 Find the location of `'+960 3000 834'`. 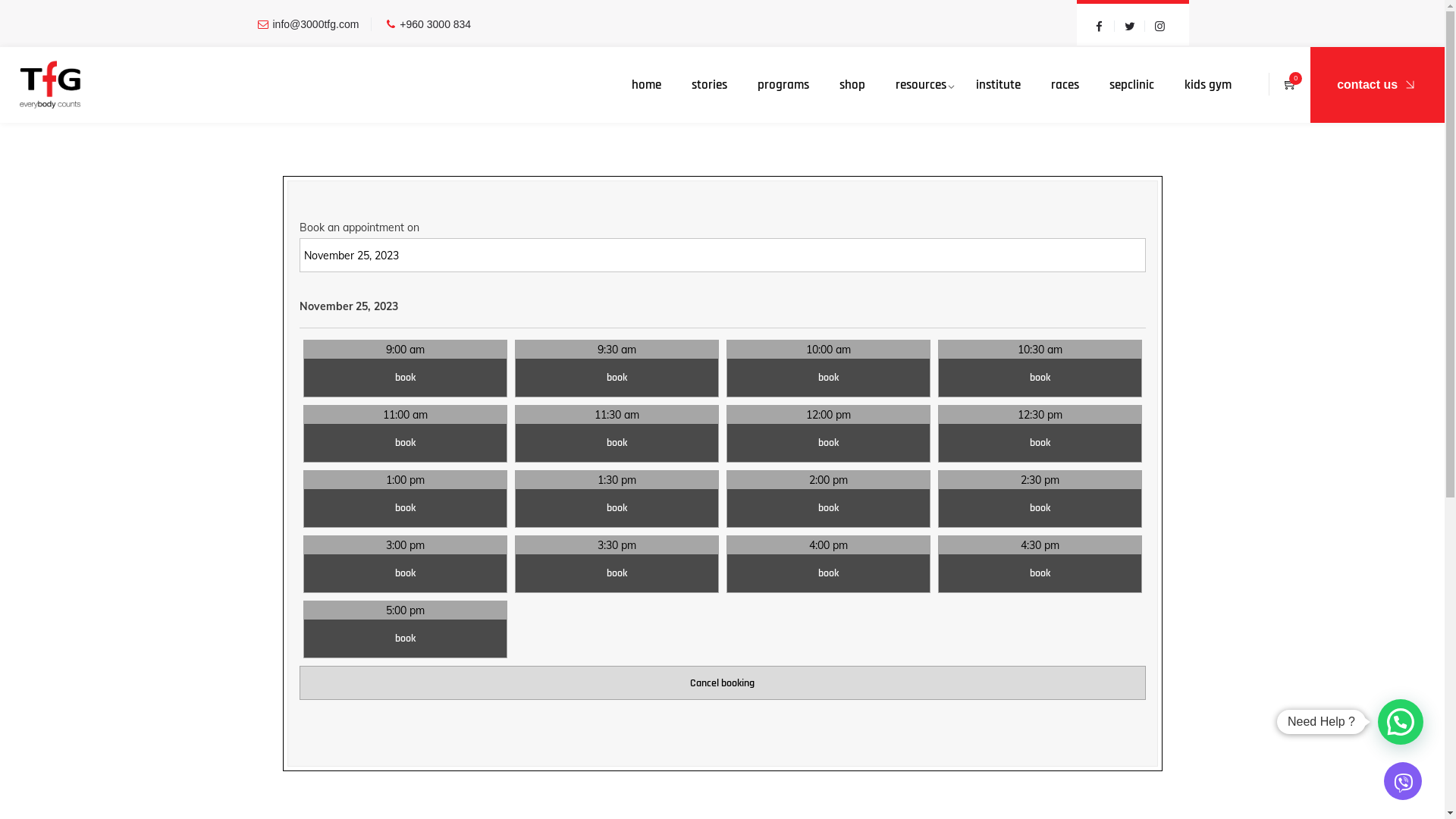

'+960 3000 834' is located at coordinates (435, 24).